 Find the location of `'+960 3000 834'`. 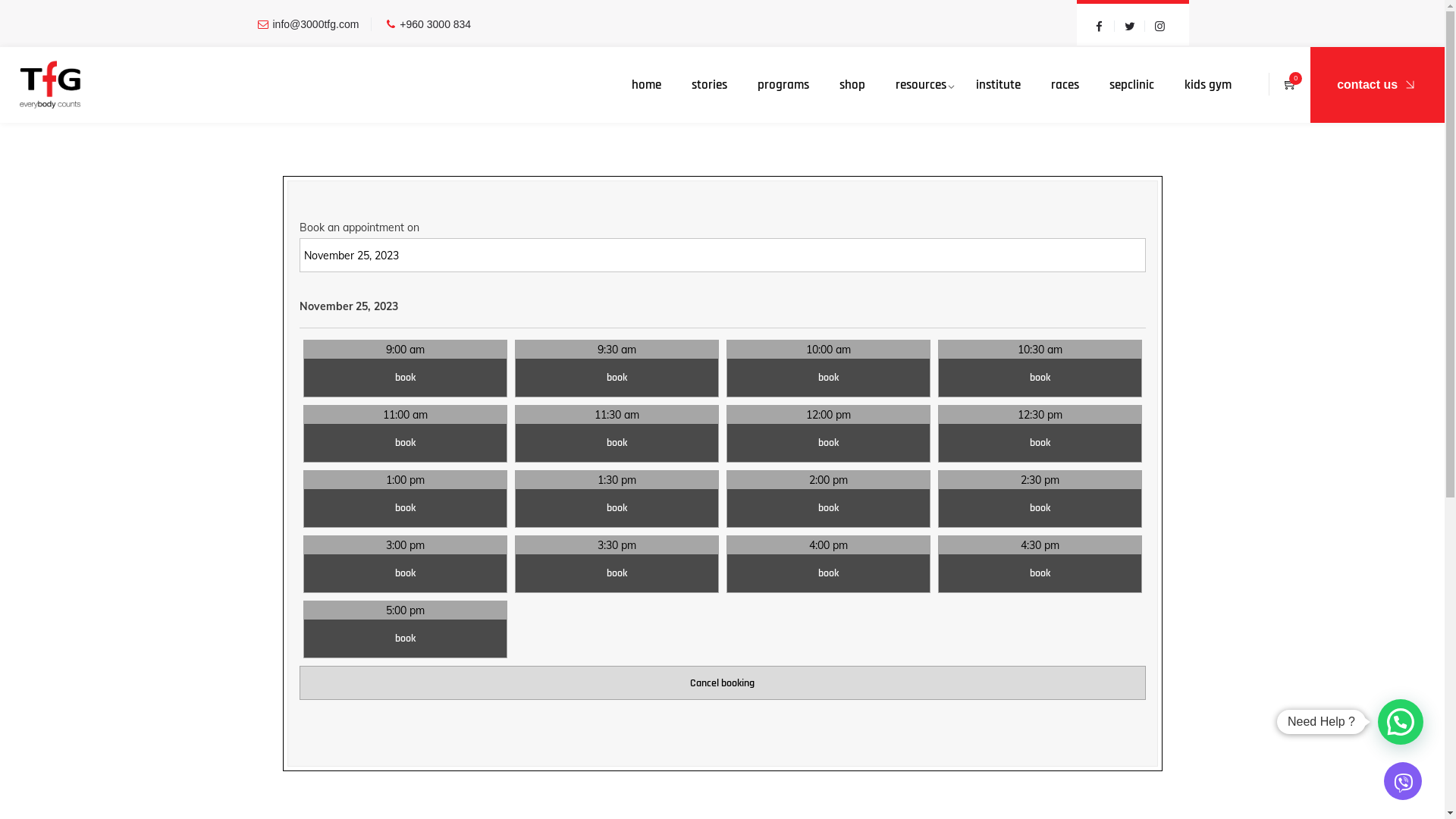

'+960 3000 834' is located at coordinates (435, 24).